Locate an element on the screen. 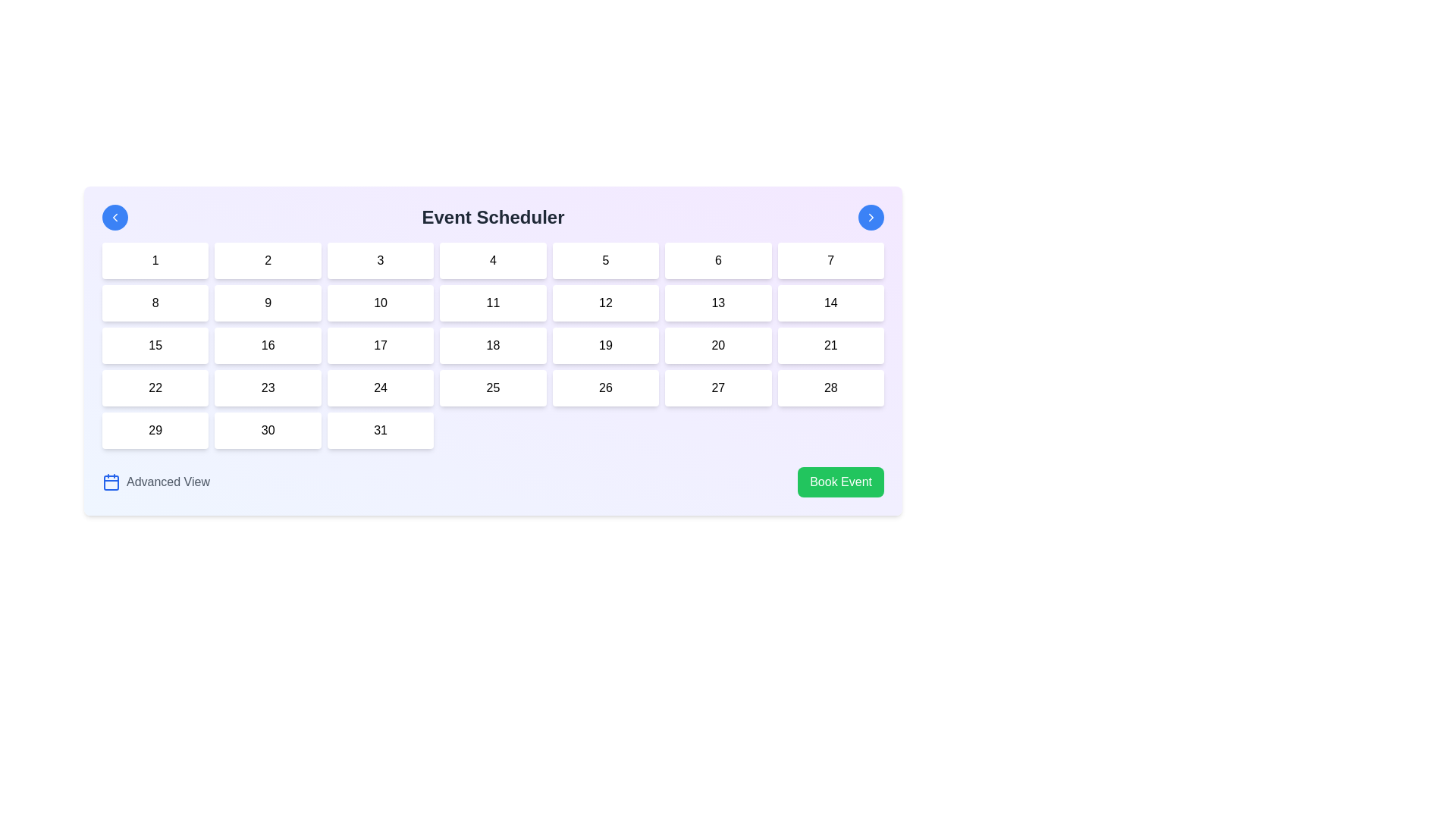 The width and height of the screenshot is (1456, 819). the button representing the date '26' in the calendar interface is located at coordinates (604, 388).